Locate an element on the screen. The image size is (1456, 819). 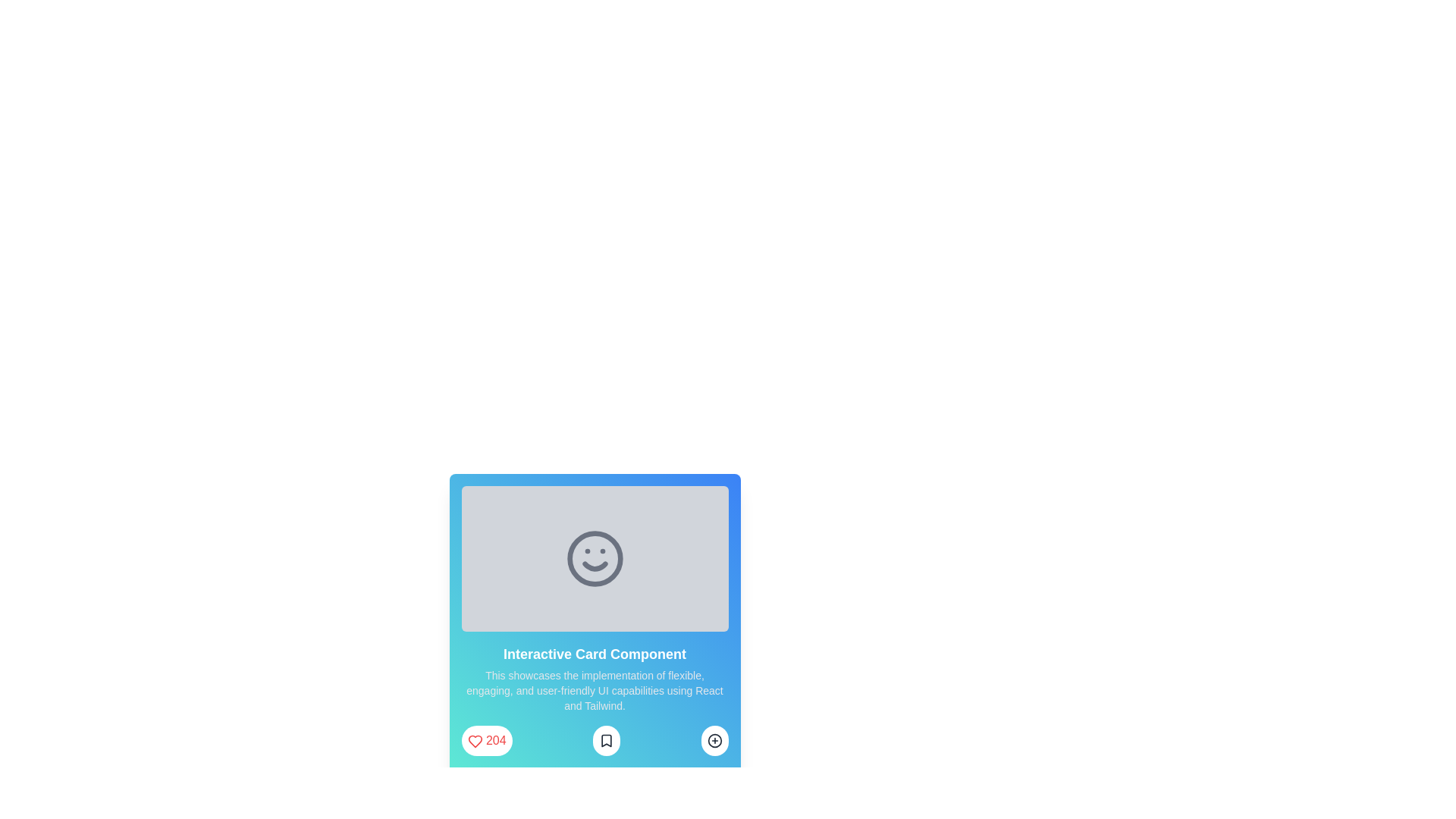
the bookmark icon, which is a rectangular shape with a triangular notch at the bottom, located in the second of three horizontally aligned circular buttons at the bottom of the card layout is located at coordinates (607, 739).